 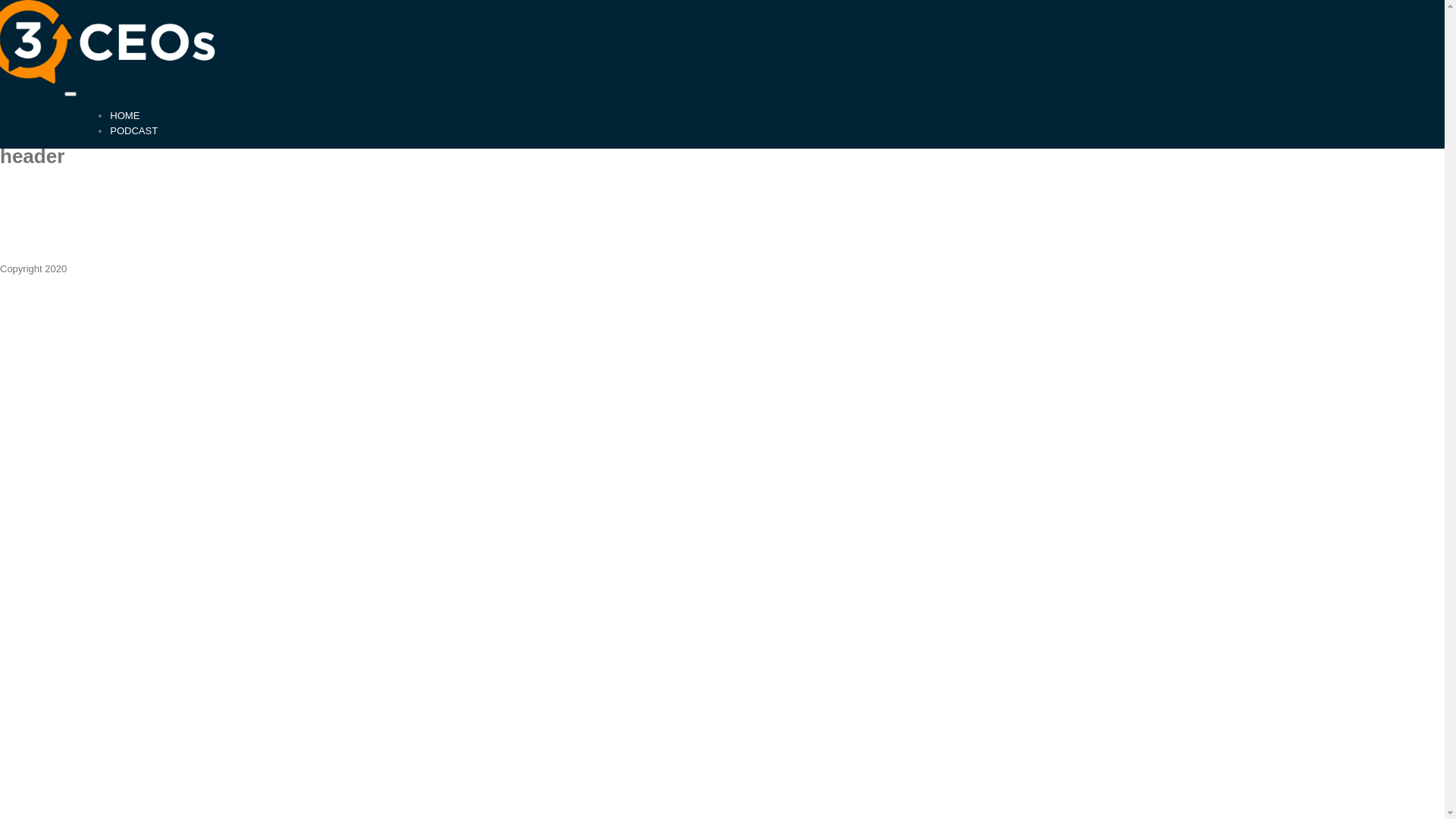 What do you see at coordinates (124, 114) in the screenshot?
I see `'HOME'` at bounding box center [124, 114].